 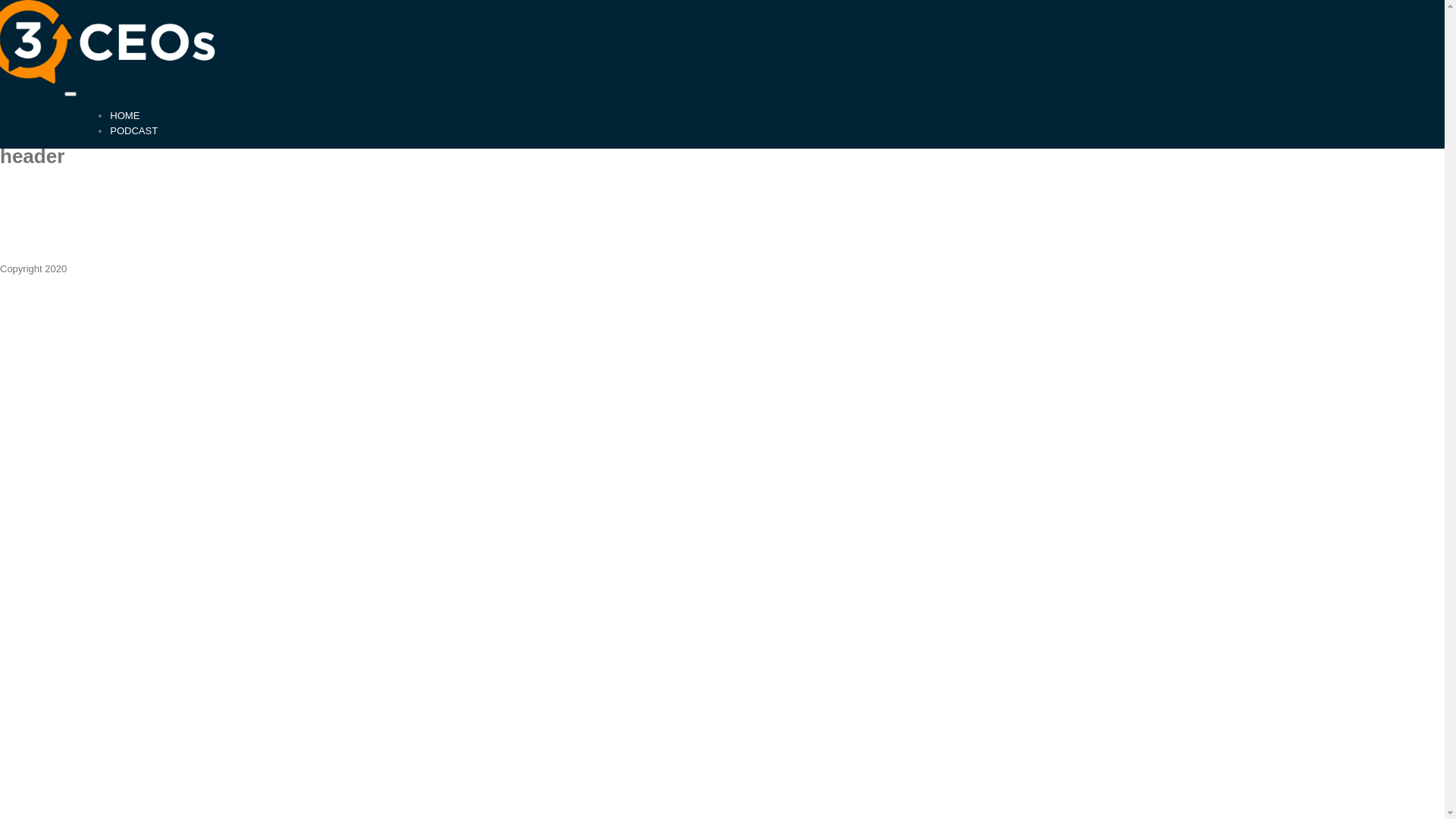 What do you see at coordinates (124, 114) in the screenshot?
I see `'HOME'` at bounding box center [124, 114].